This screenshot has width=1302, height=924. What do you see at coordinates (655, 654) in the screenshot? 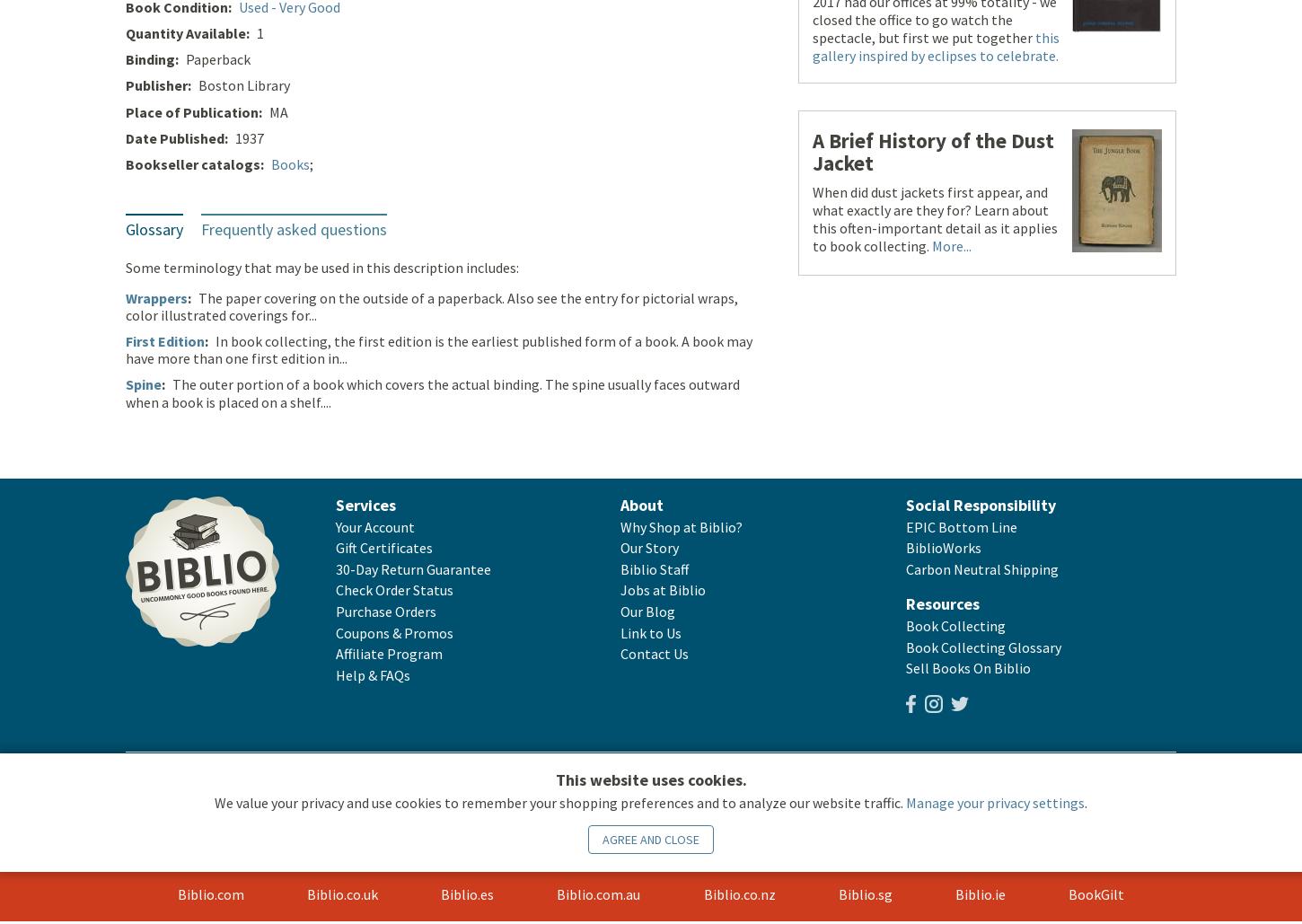
I see `'Contact Us'` at bounding box center [655, 654].